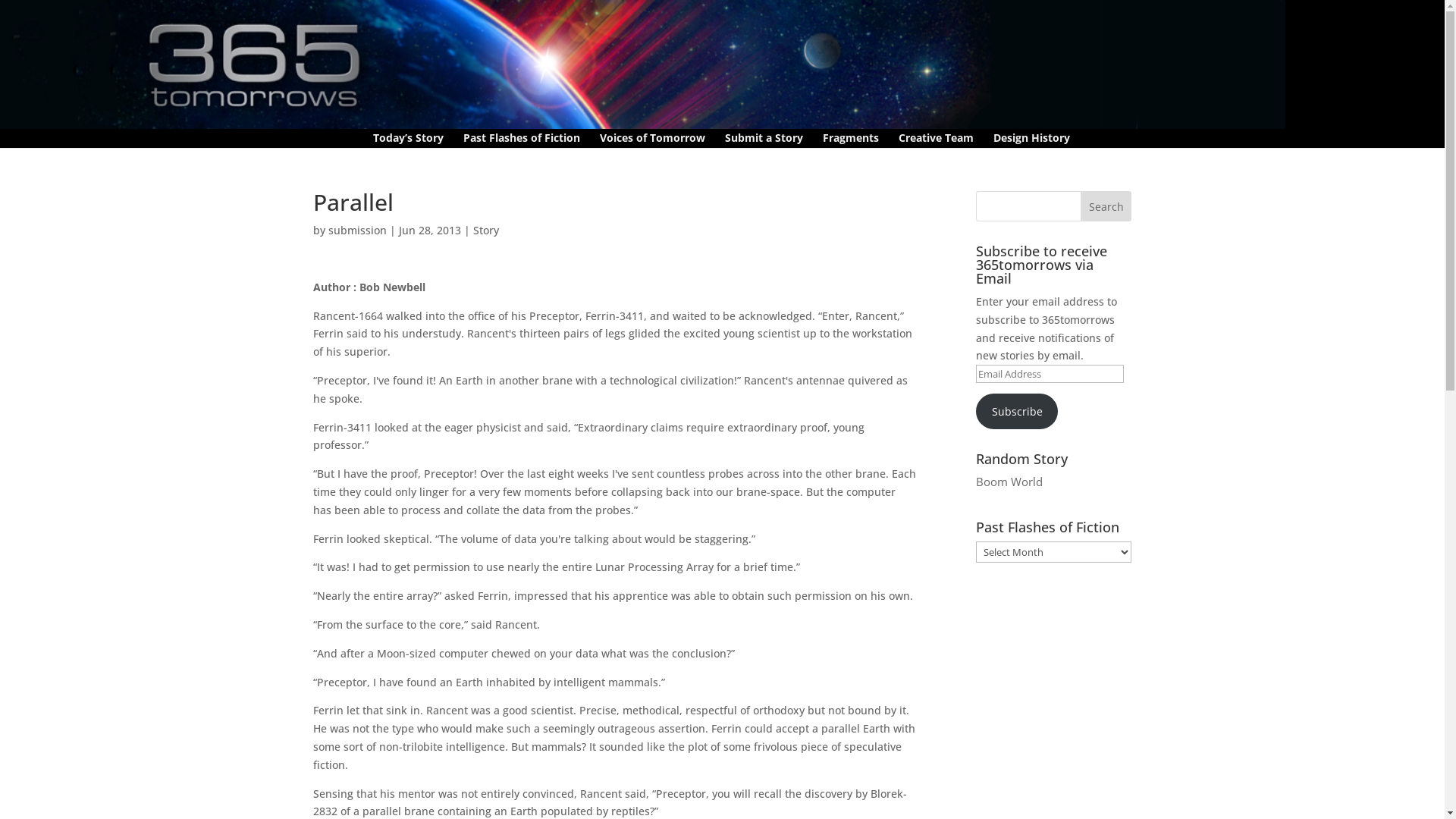 Image resolution: width=1456 pixels, height=819 pixels. Describe the element at coordinates (652, 140) in the screenshot. I see `'Voices of Tomorrow'` at that location.